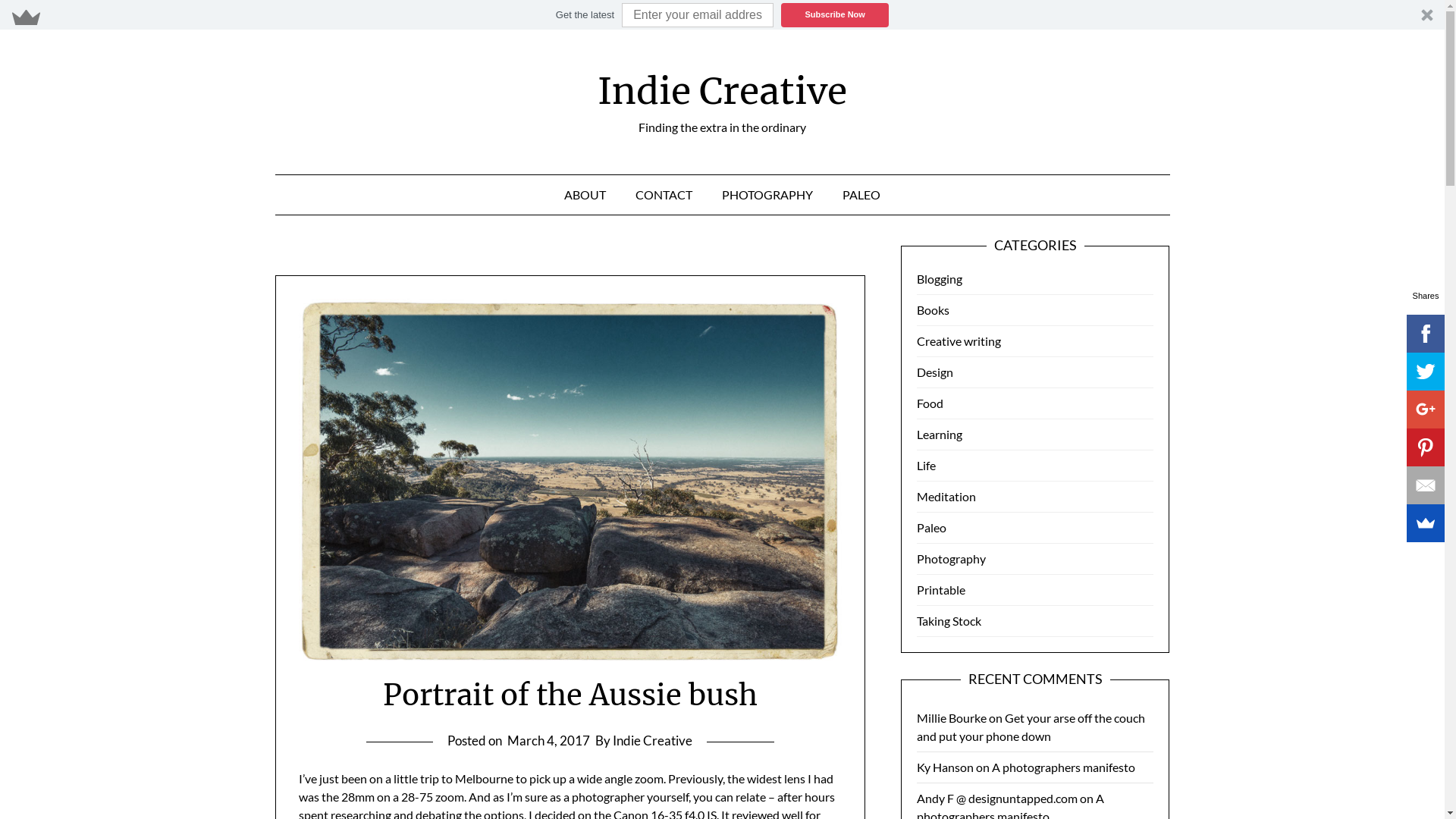  What do you see at coordinates (938, 434) in the screenshot?
I see `'Learning'` at bounding box center [938, 434].